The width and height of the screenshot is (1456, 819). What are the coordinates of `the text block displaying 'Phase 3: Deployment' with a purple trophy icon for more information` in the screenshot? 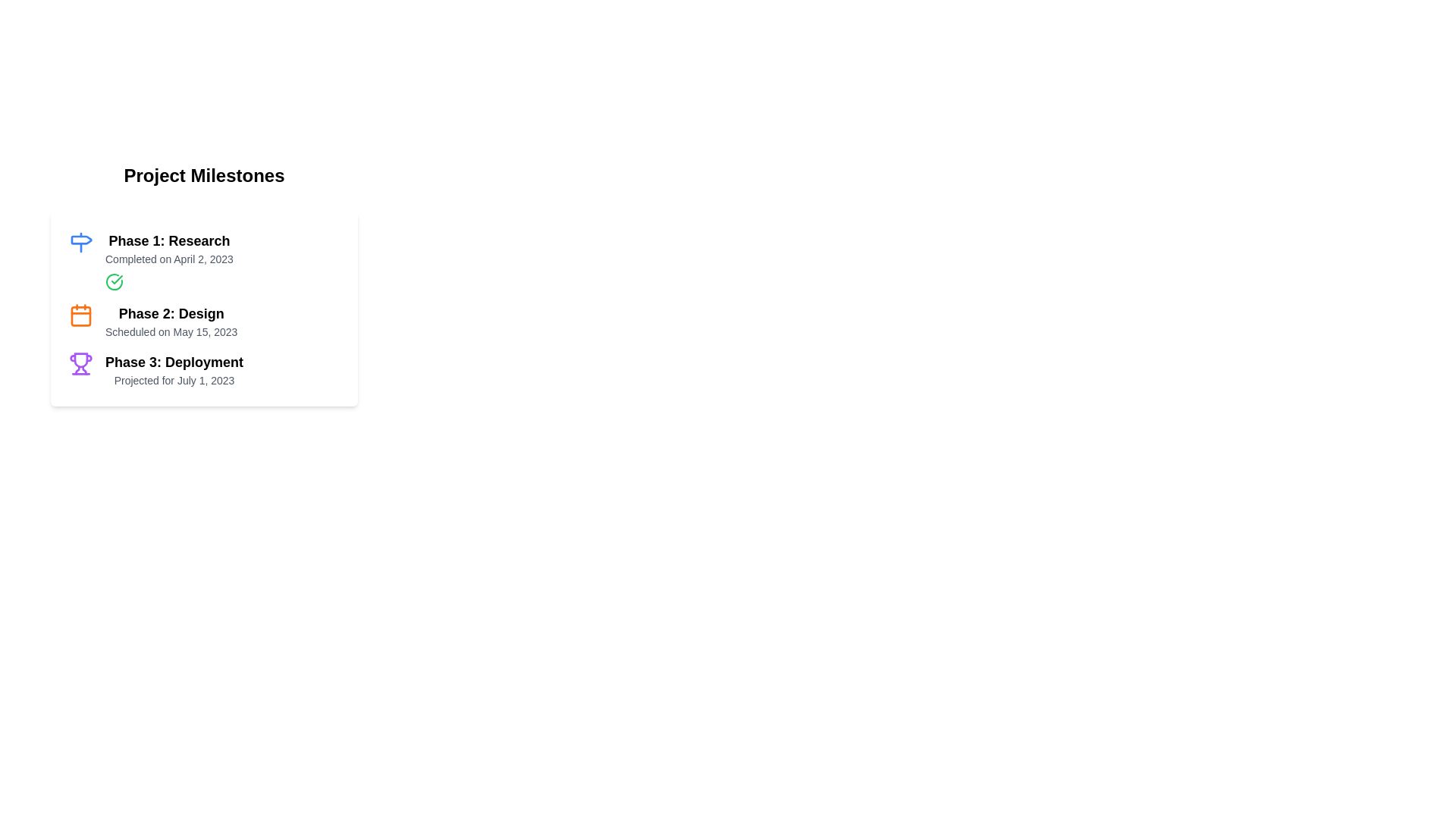 It's located at (203, 370).